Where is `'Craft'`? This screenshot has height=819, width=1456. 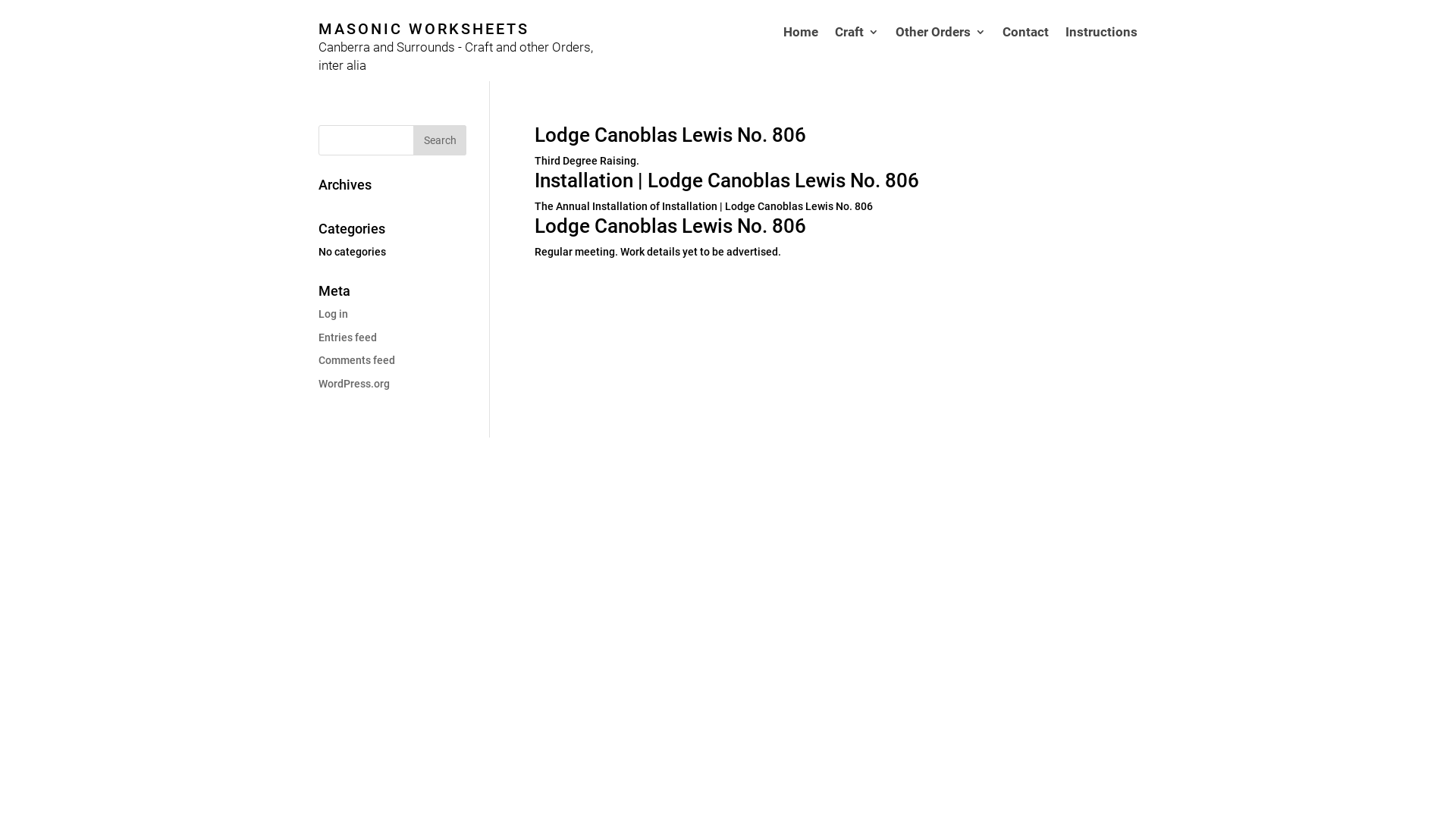 'Craft' is located at coordinates (856, 52).